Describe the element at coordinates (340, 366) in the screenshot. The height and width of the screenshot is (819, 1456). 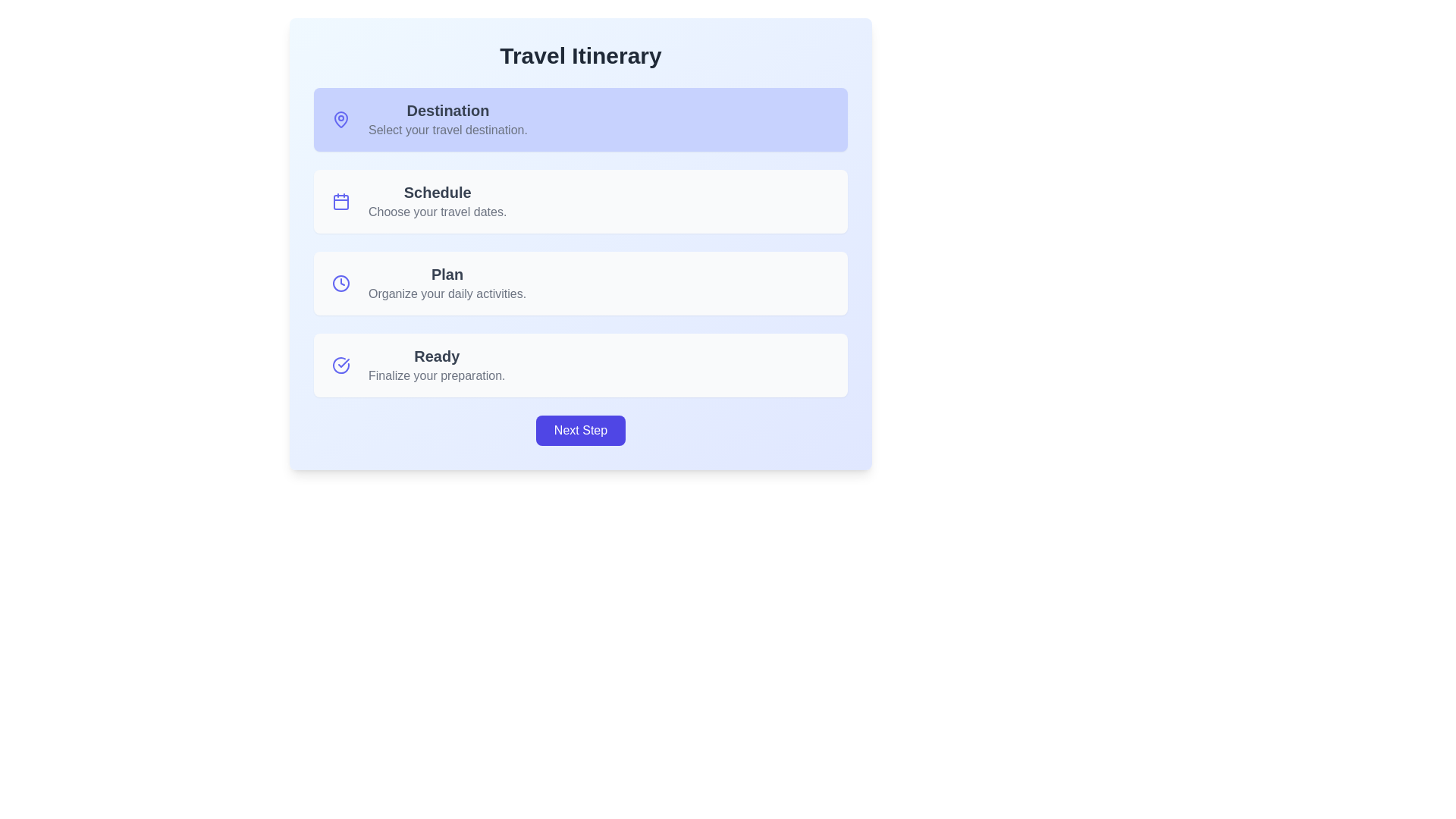
I see `the indigo rounded button with a check mark icon, located to the left of the text 'Ready' in the interface` at that location.